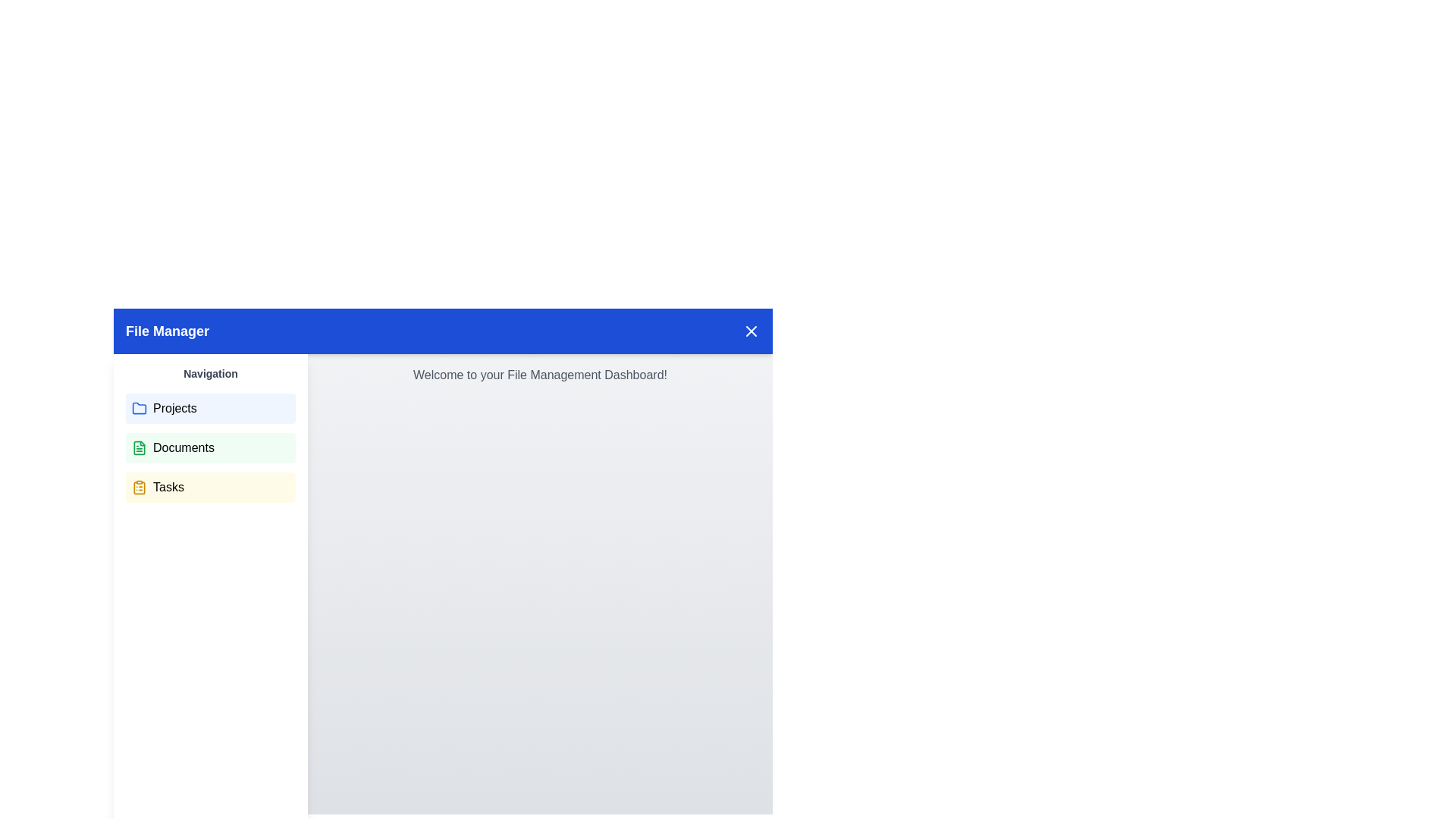 This screenshot has width=1456, height=819. Describe the element at coordinates (139, 408) in the screenshot. I see `the blue folder icon located to the left of the 'Projects' label in the 'Navigation' section of the sidebar` at that location.